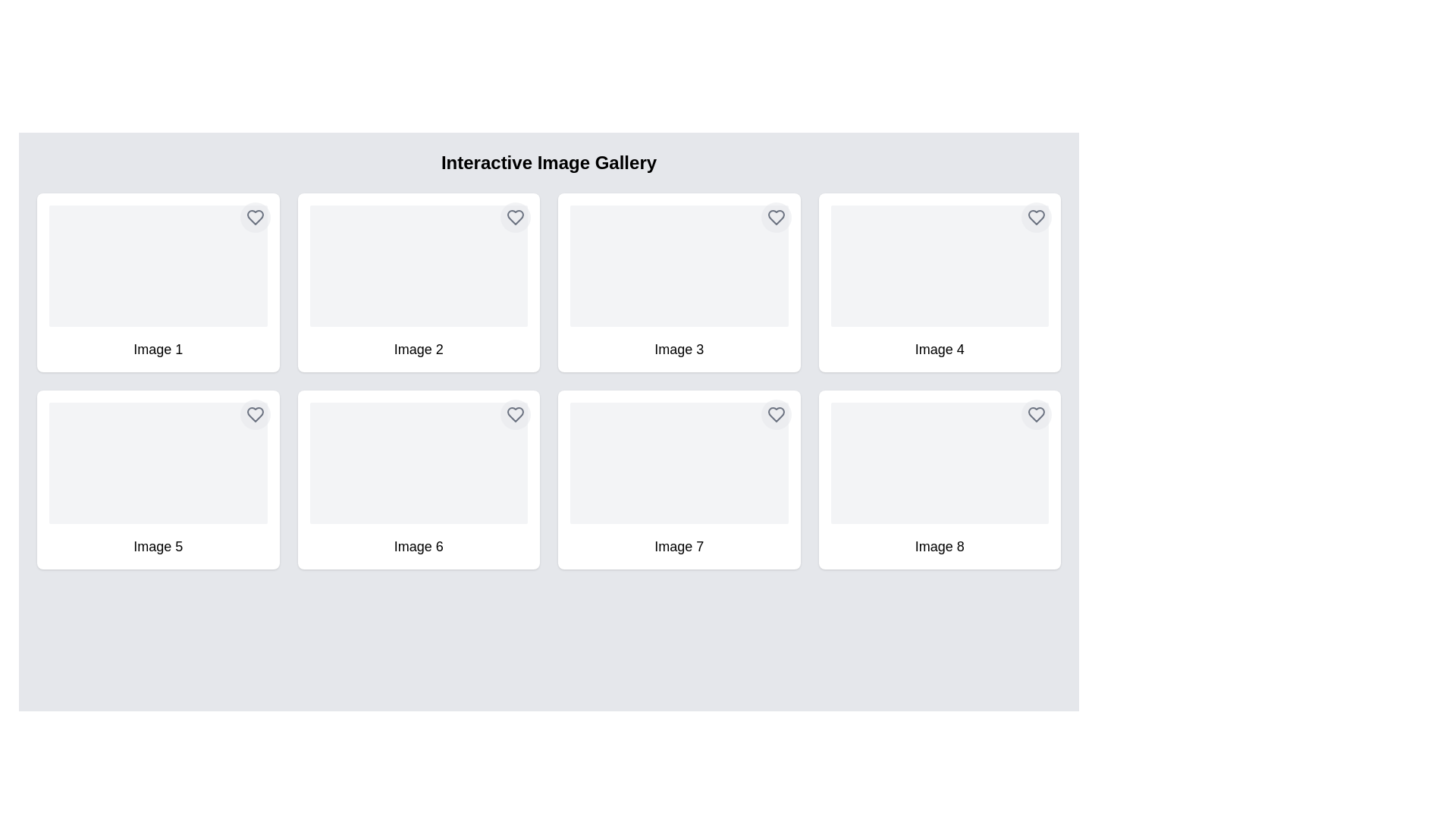  I want to click on the text label displaying 'Image 4', which is centered at the bottom of the image card associated with the fourth item in a grid layout, so click(939, 350).